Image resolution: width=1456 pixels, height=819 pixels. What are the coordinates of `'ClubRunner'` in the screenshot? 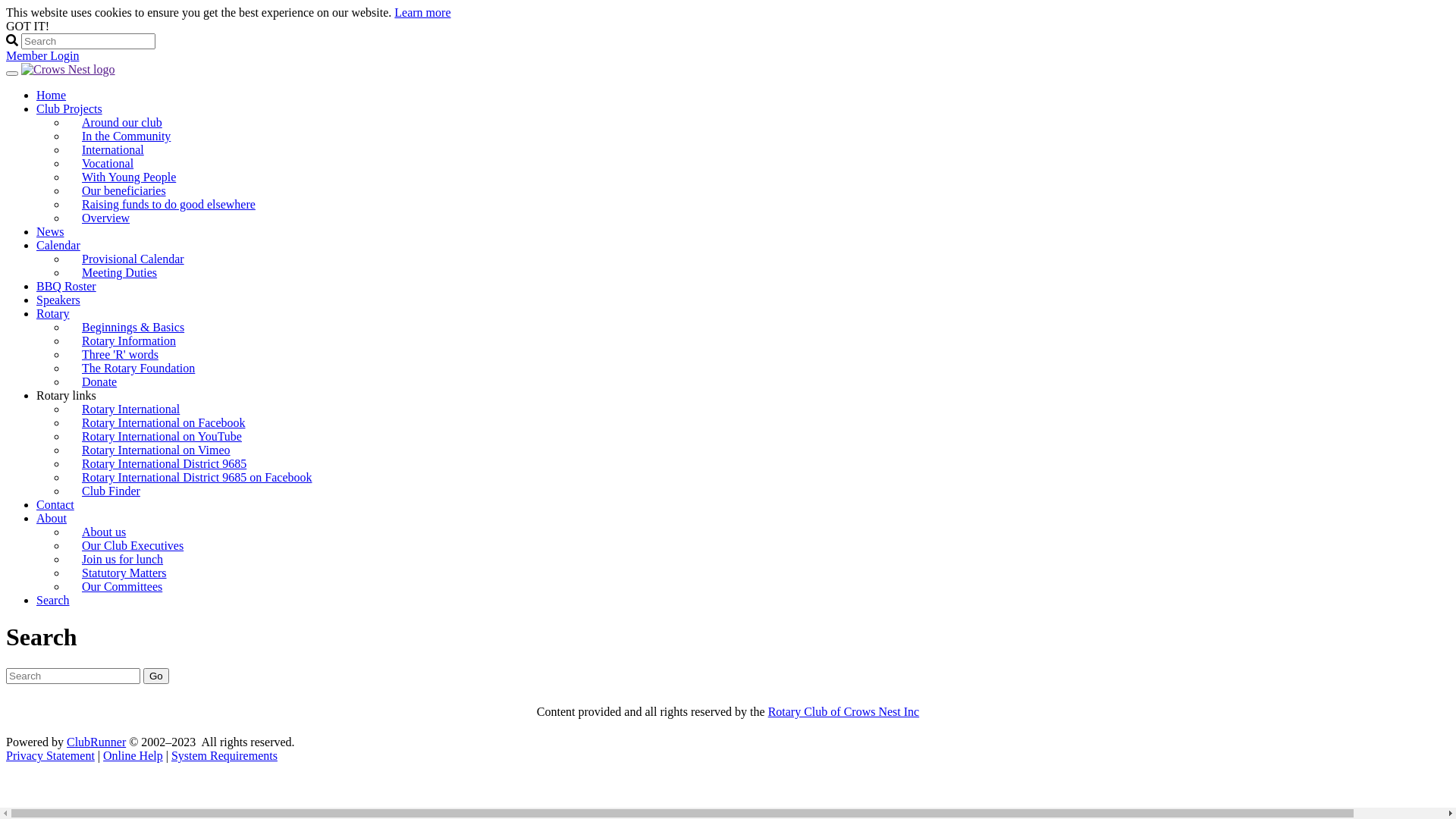 It's located at (95, 741).